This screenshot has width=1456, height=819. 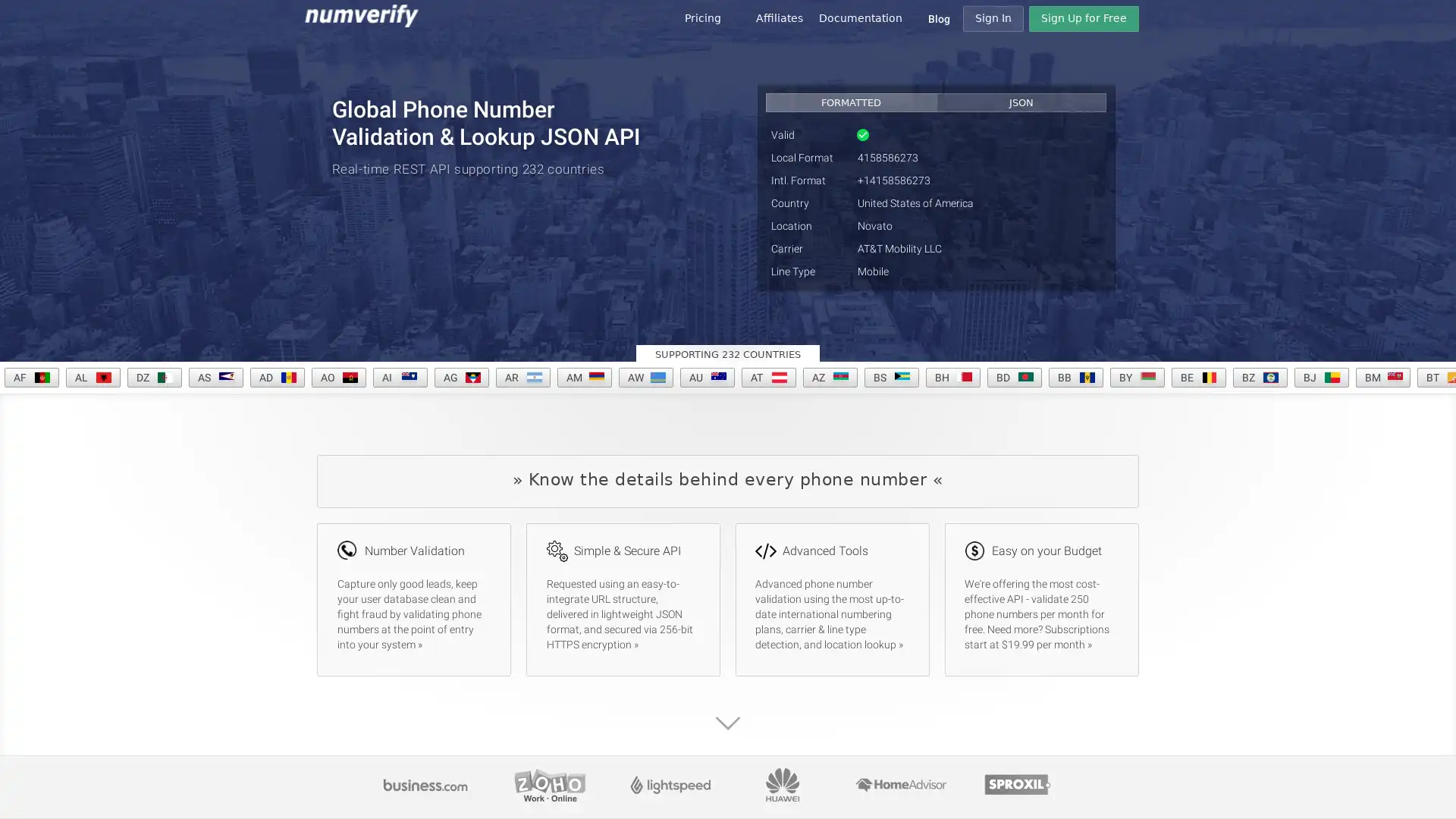 What do you see at coordinates (851, 102) in the screenshot?
I see `FORMATTED` at bounding box center [851, 102].